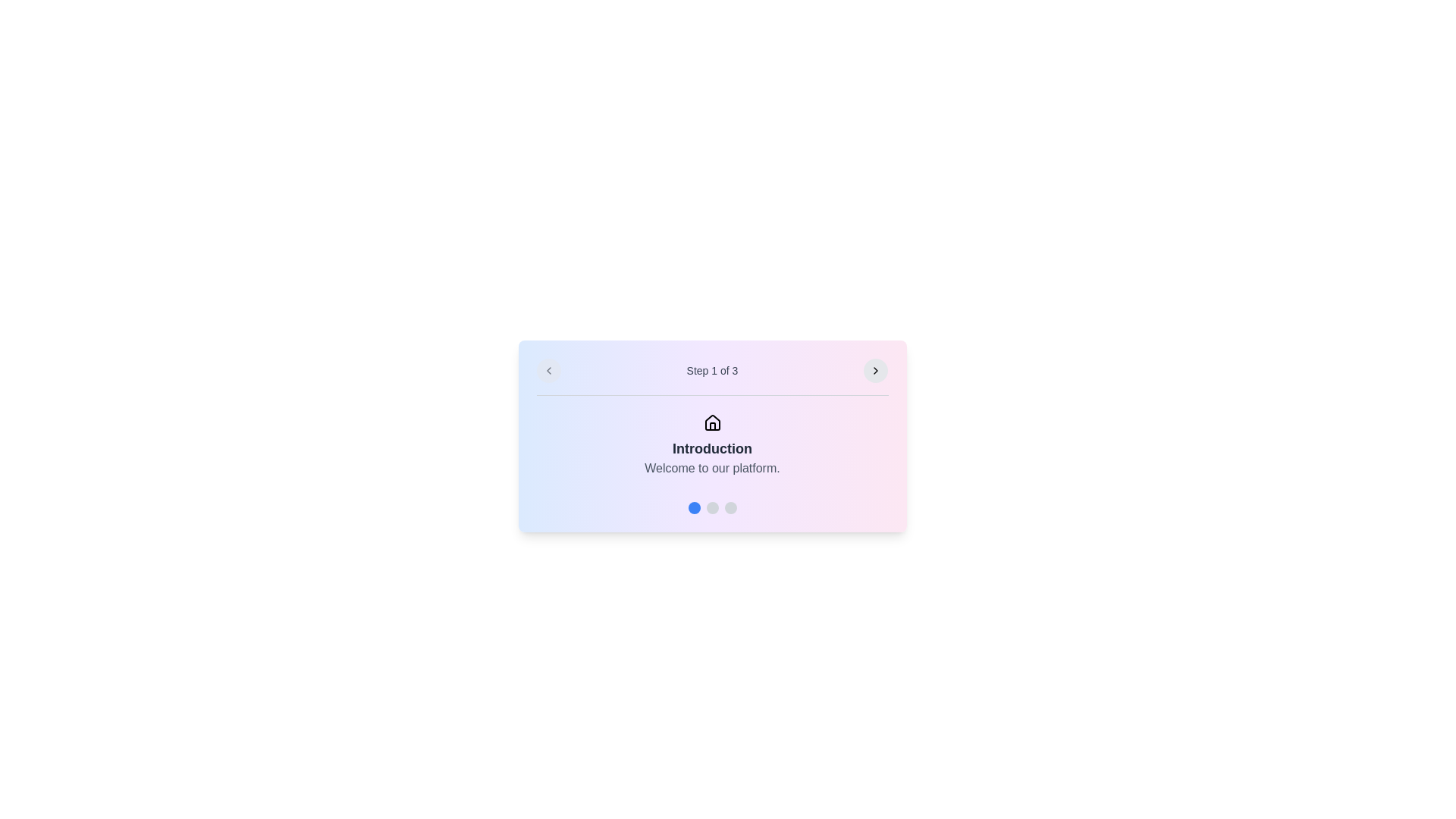  What do you see at coordinates (711, 371) in the screenshot?
I see `the static text label that displays the current step and total number of steps, positioned centrally between the step navigation buttons` at bounding box center [711, 371].